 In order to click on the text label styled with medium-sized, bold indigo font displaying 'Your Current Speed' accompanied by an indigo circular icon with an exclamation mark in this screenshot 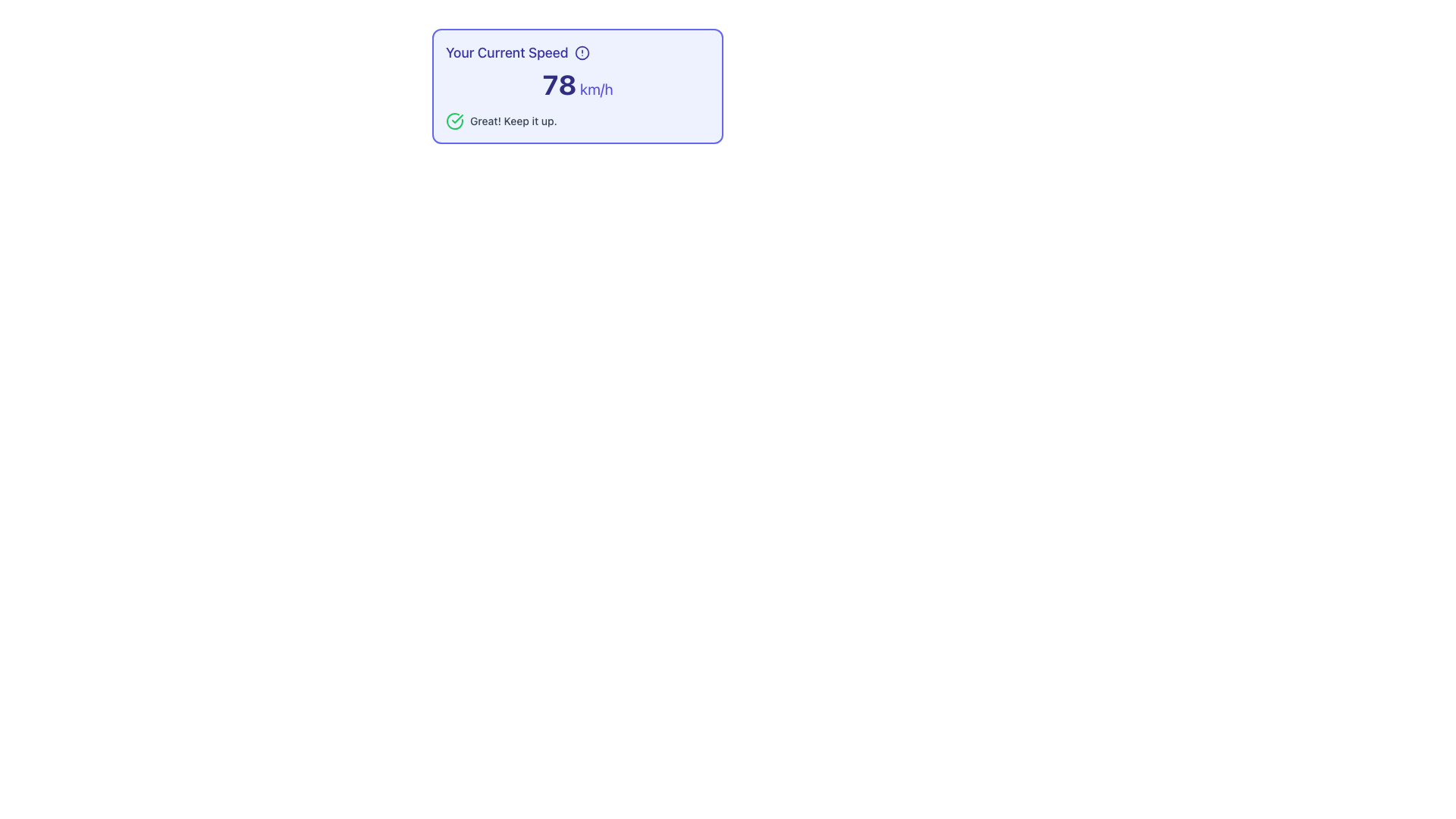, I will do `click(577, 52)`.